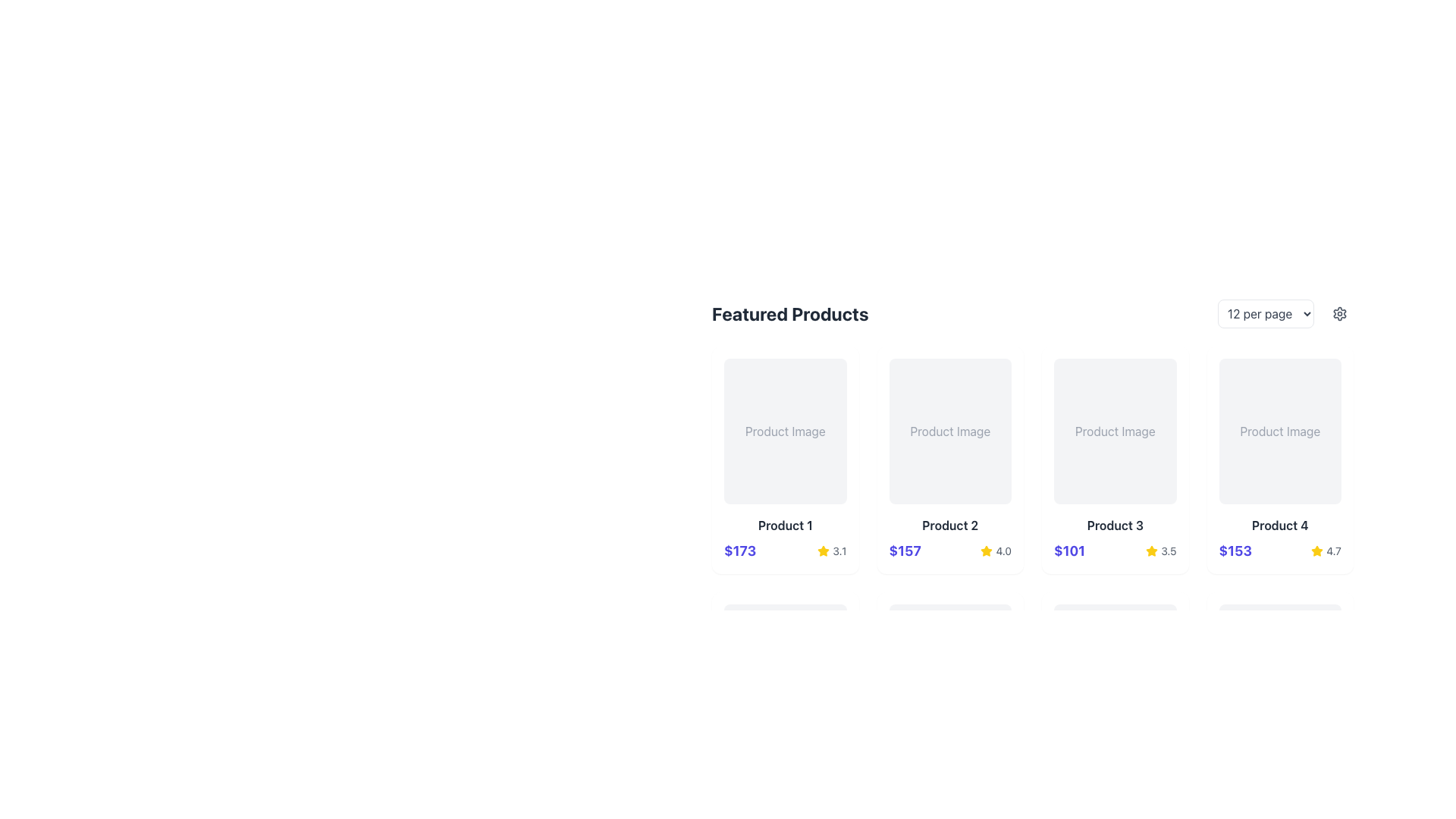 This screenshot has width=1456, height=819. Describe the element at coordinates (1160, 551) in the screenshot. I see `the non-interactive rating display for 'Product 3', which shows a score of 3.5 and is located next to the star graphic on the right side of the price '$101'` at that location.